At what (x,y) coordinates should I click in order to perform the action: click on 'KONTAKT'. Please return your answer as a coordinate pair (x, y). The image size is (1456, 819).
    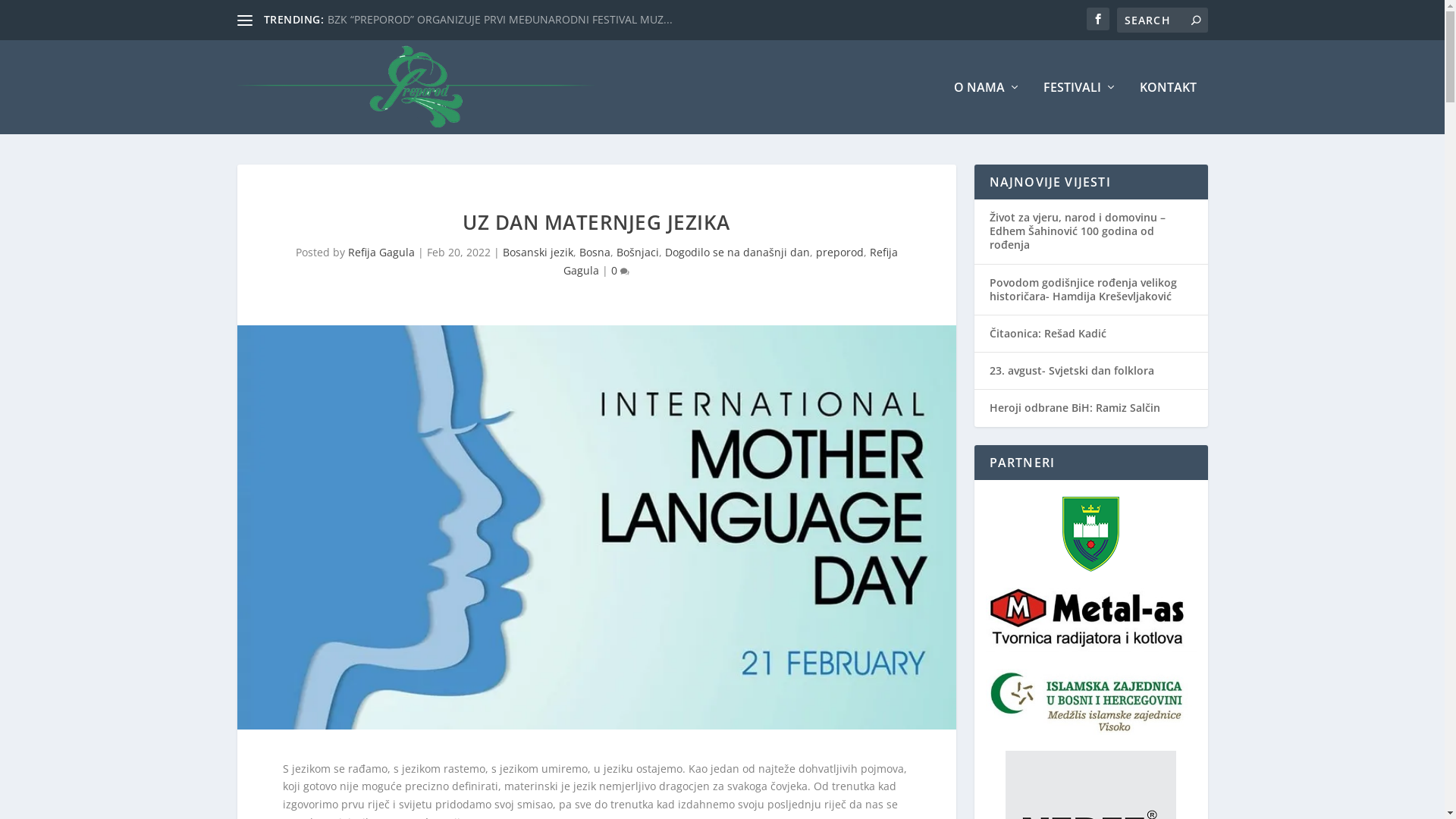
    Looking at the image, I should click on (1139, 107).